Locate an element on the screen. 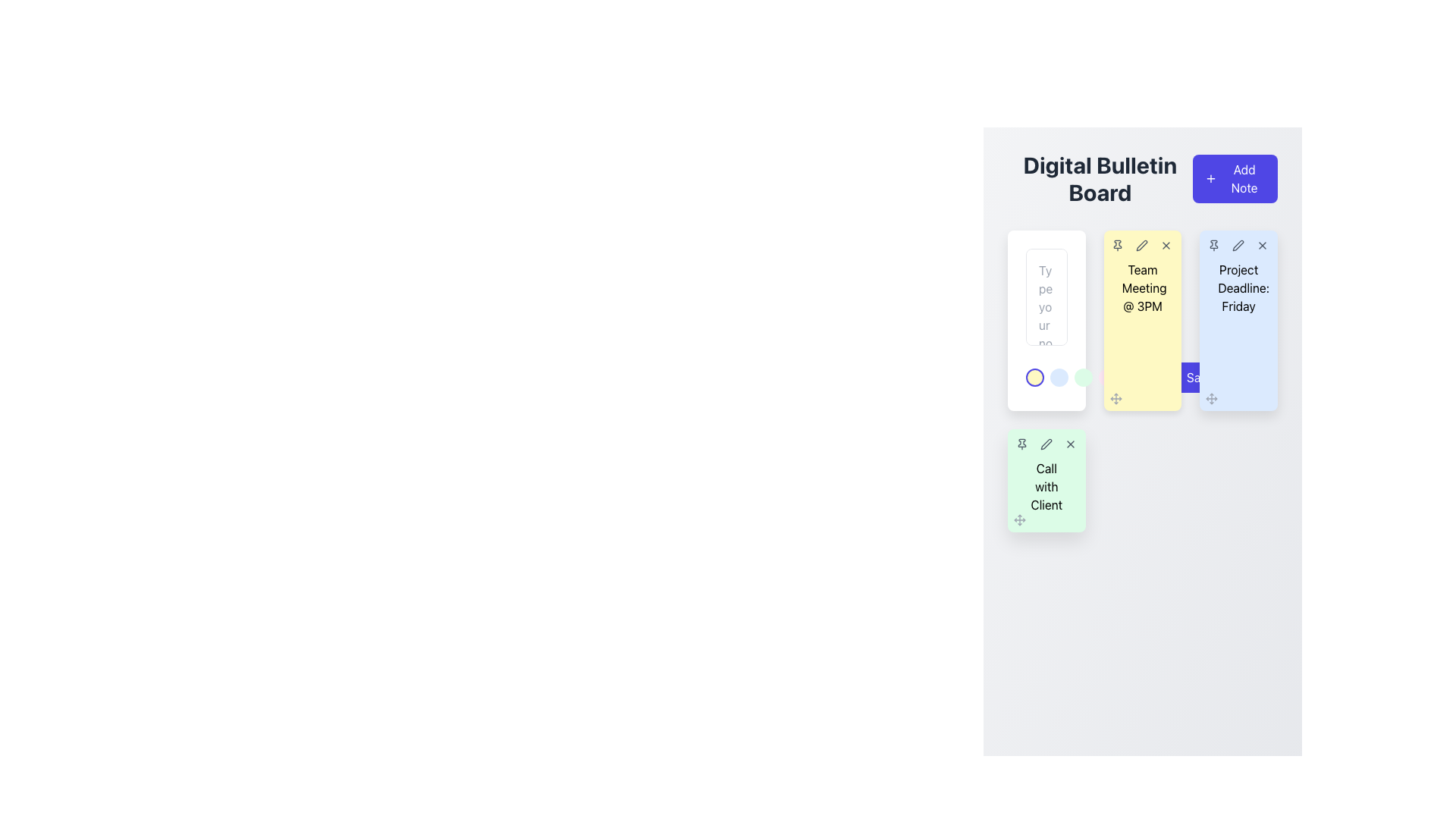 The width and height of the screenshot is (1456, 819). the small circular gray button with a pen icon located at the top-right of the 'Team Meeting @ 3PM' note is located at coordinates (1142, 245).